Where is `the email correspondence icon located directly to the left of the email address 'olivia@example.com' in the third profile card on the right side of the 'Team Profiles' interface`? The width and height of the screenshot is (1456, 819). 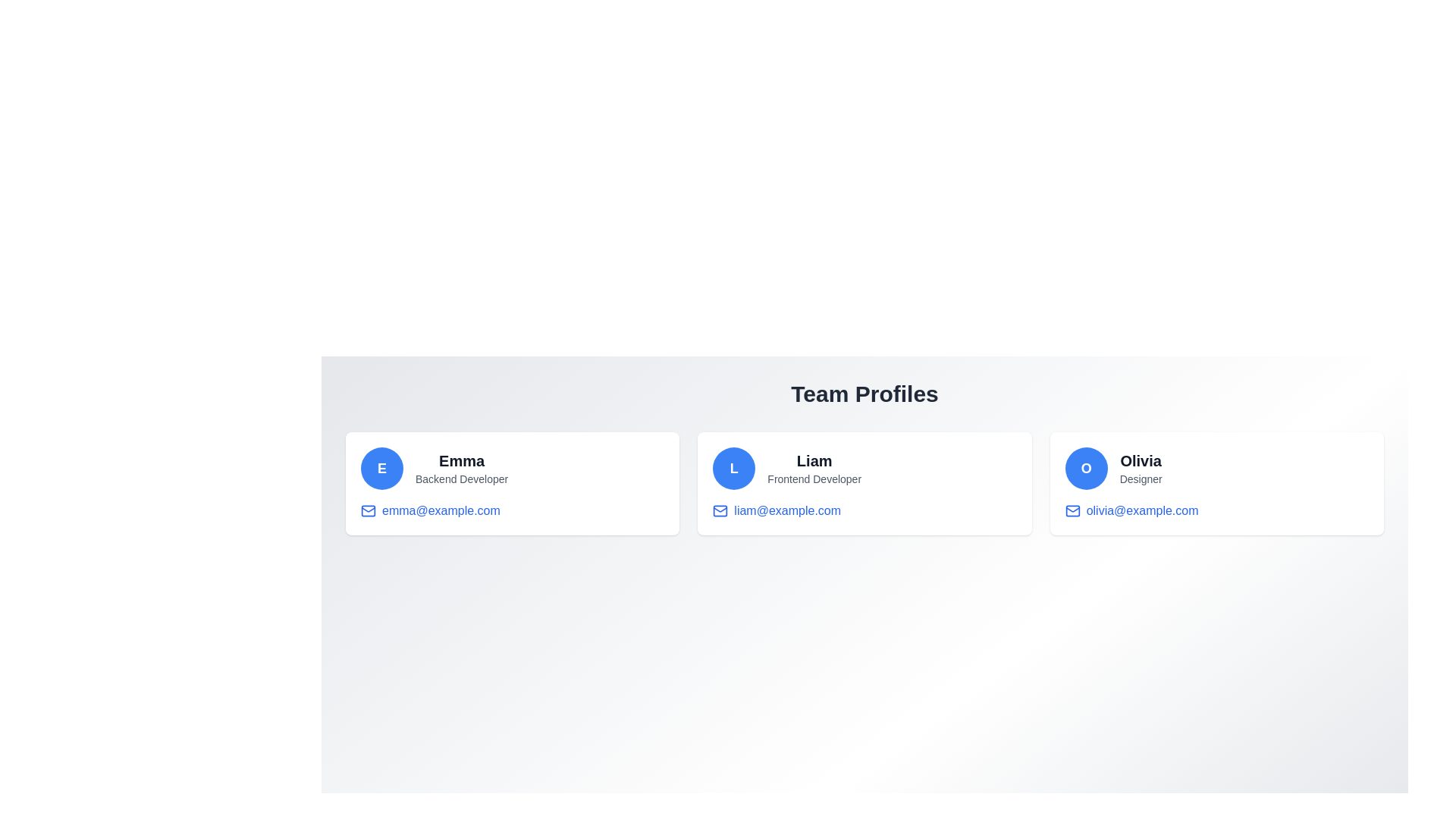 the email correspondence icon located directly to the left of the email address 'olivia@example.com' in the third profile card on the right side of the 'Team Profiles' interface is located at coordinates (1072, 511).